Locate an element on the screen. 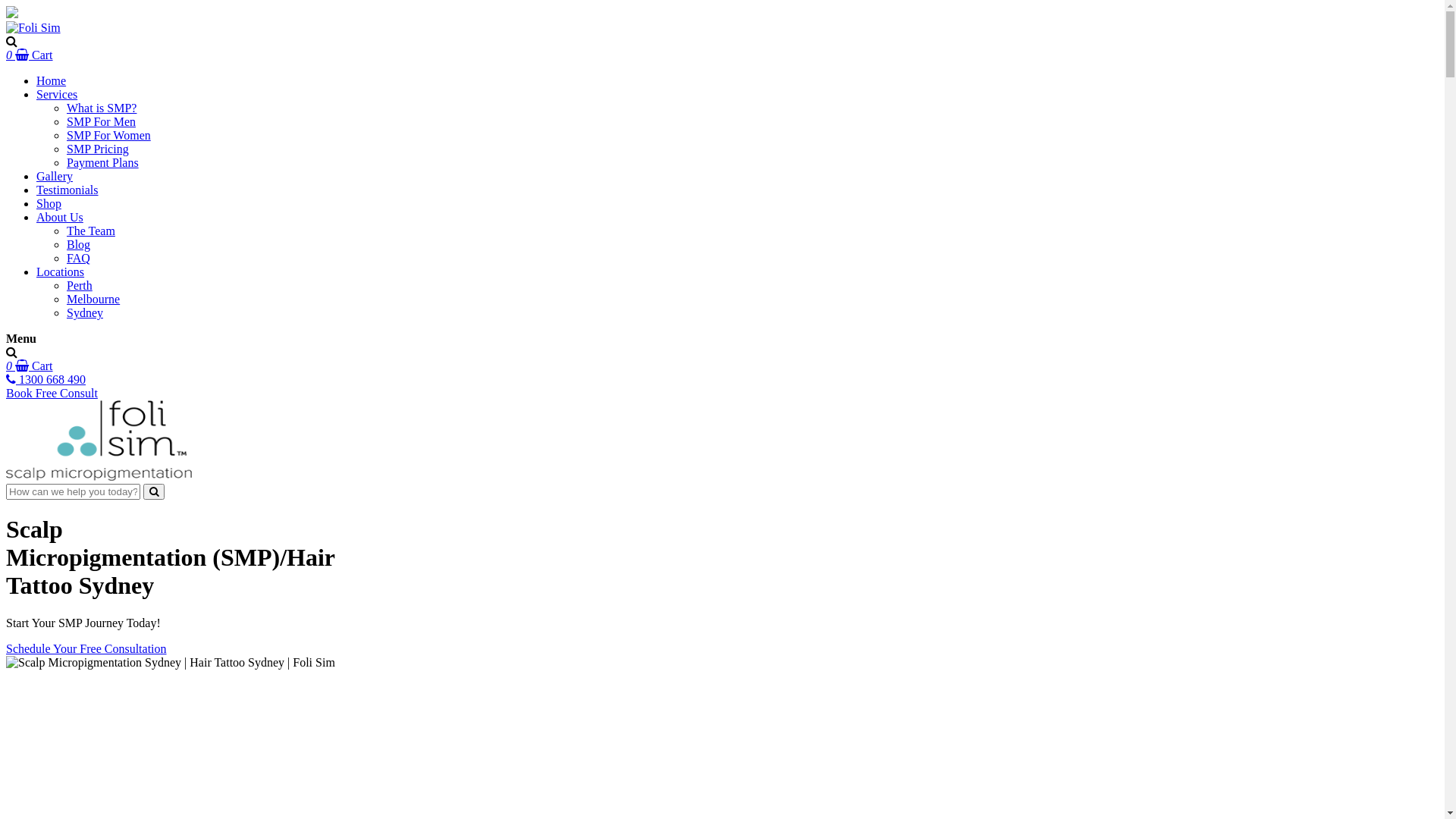  'About Us' is located at coordinates (59, 217).